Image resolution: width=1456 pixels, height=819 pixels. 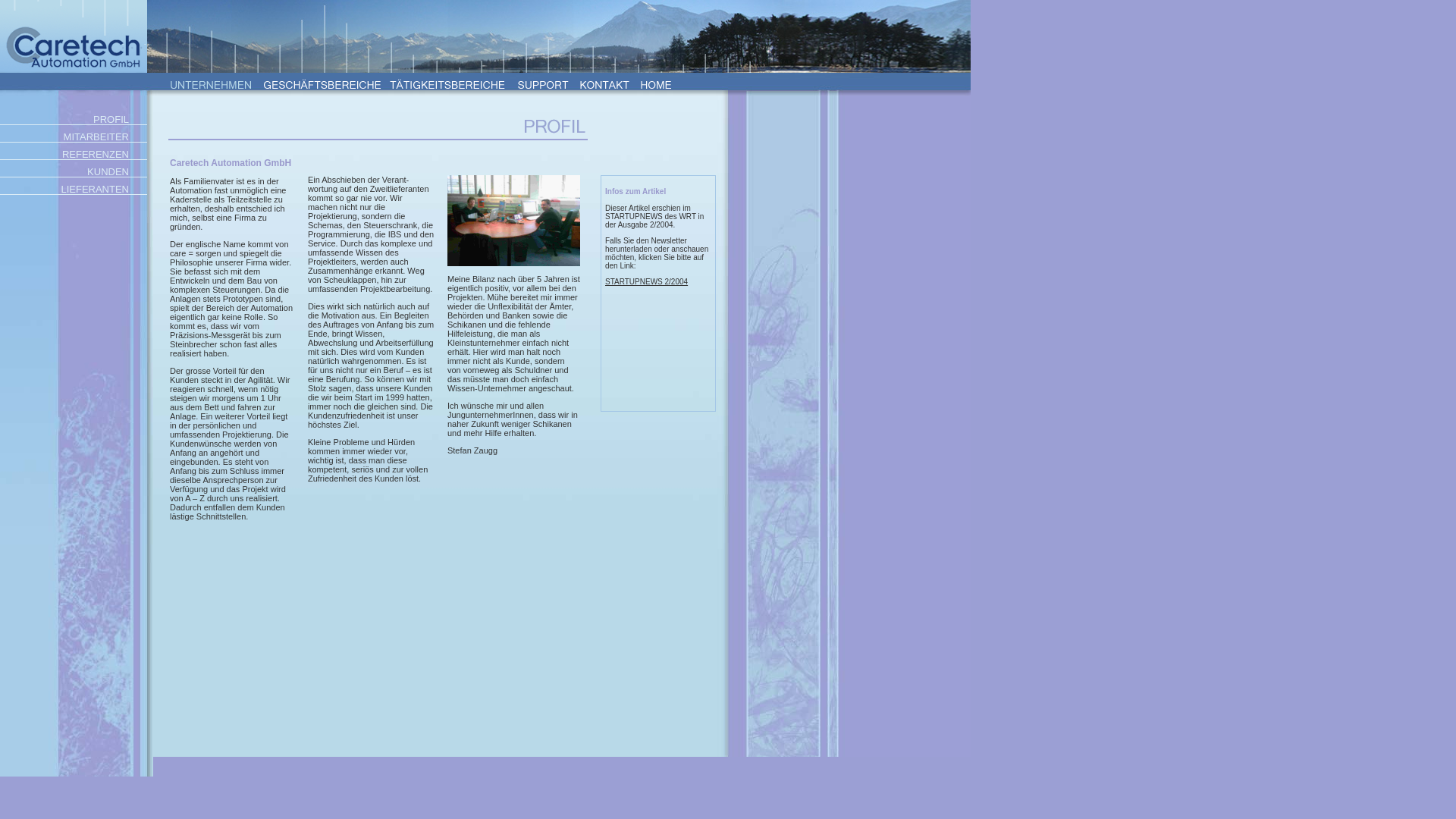 I want to click on 'PROFIL', so click(x=72, y=118).